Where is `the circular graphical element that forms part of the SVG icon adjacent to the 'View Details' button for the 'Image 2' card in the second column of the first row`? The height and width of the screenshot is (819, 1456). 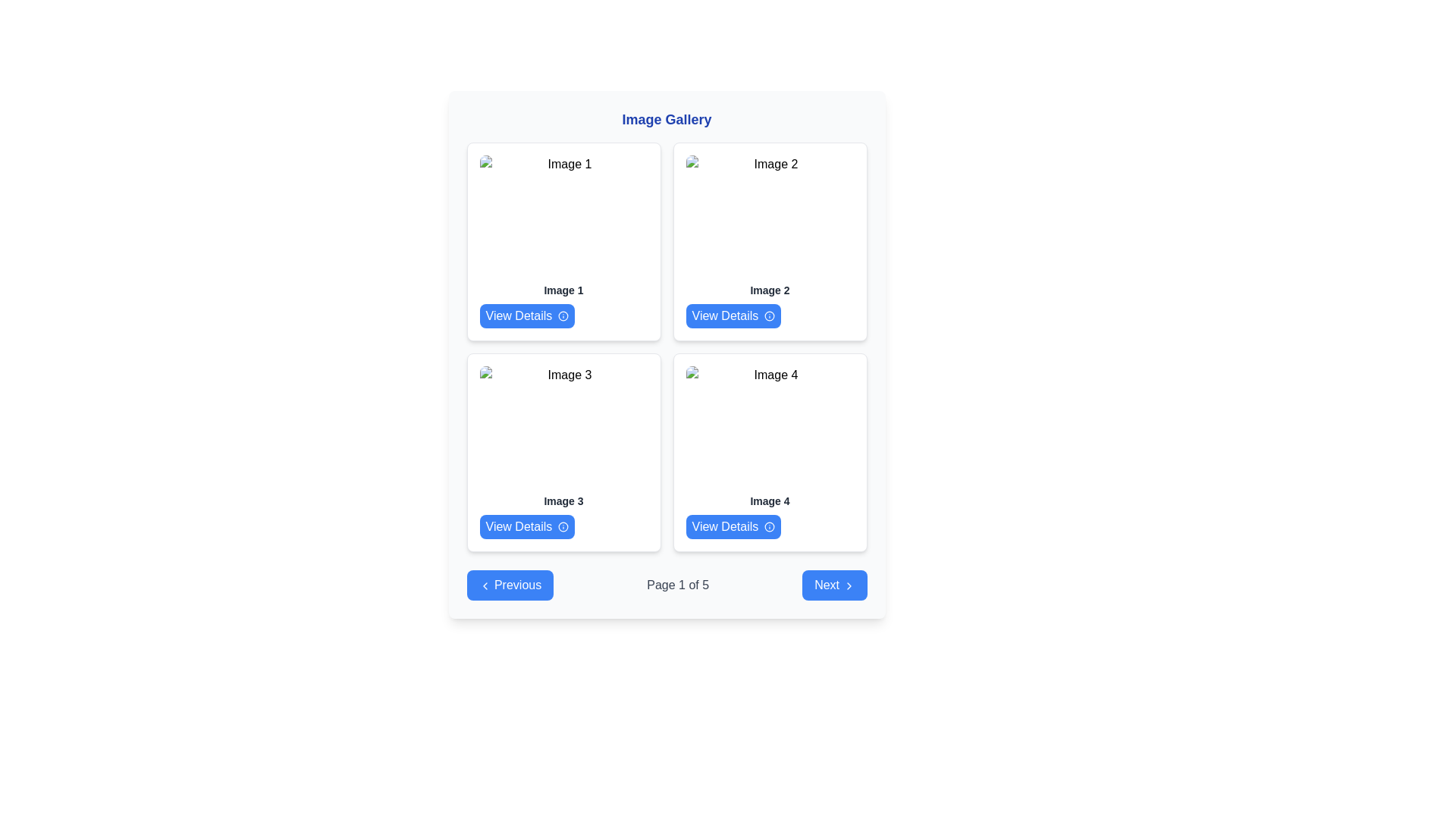 the circular graphical element that forms part of the SVG icon adjacent to the 'View Details' button for the 'Image 2' card in the second column of the first row is located at coordinates (770, 315).